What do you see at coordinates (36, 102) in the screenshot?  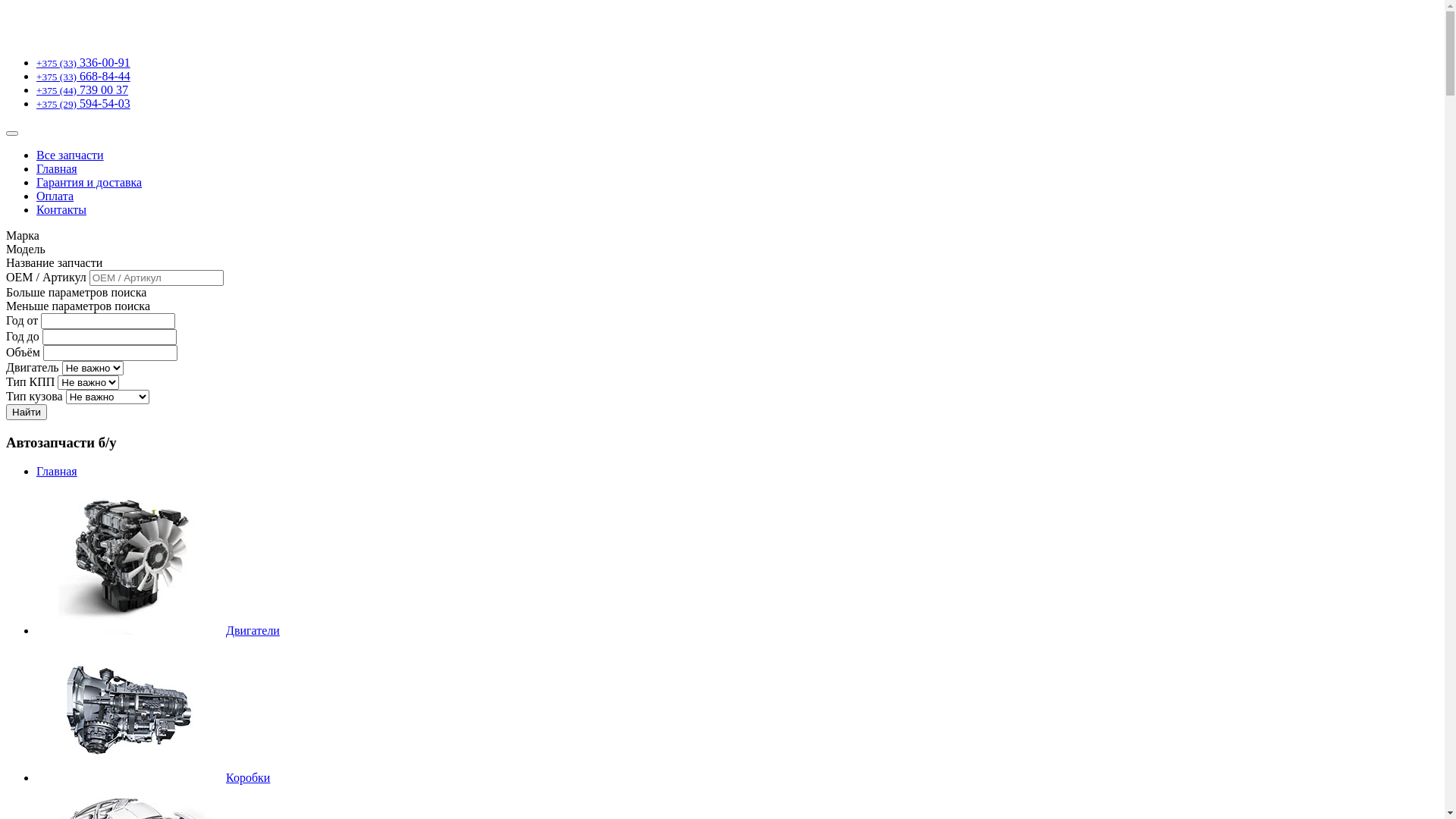 I see `'+375 (29) 594-54-03'` at bounding box center [36, 102].